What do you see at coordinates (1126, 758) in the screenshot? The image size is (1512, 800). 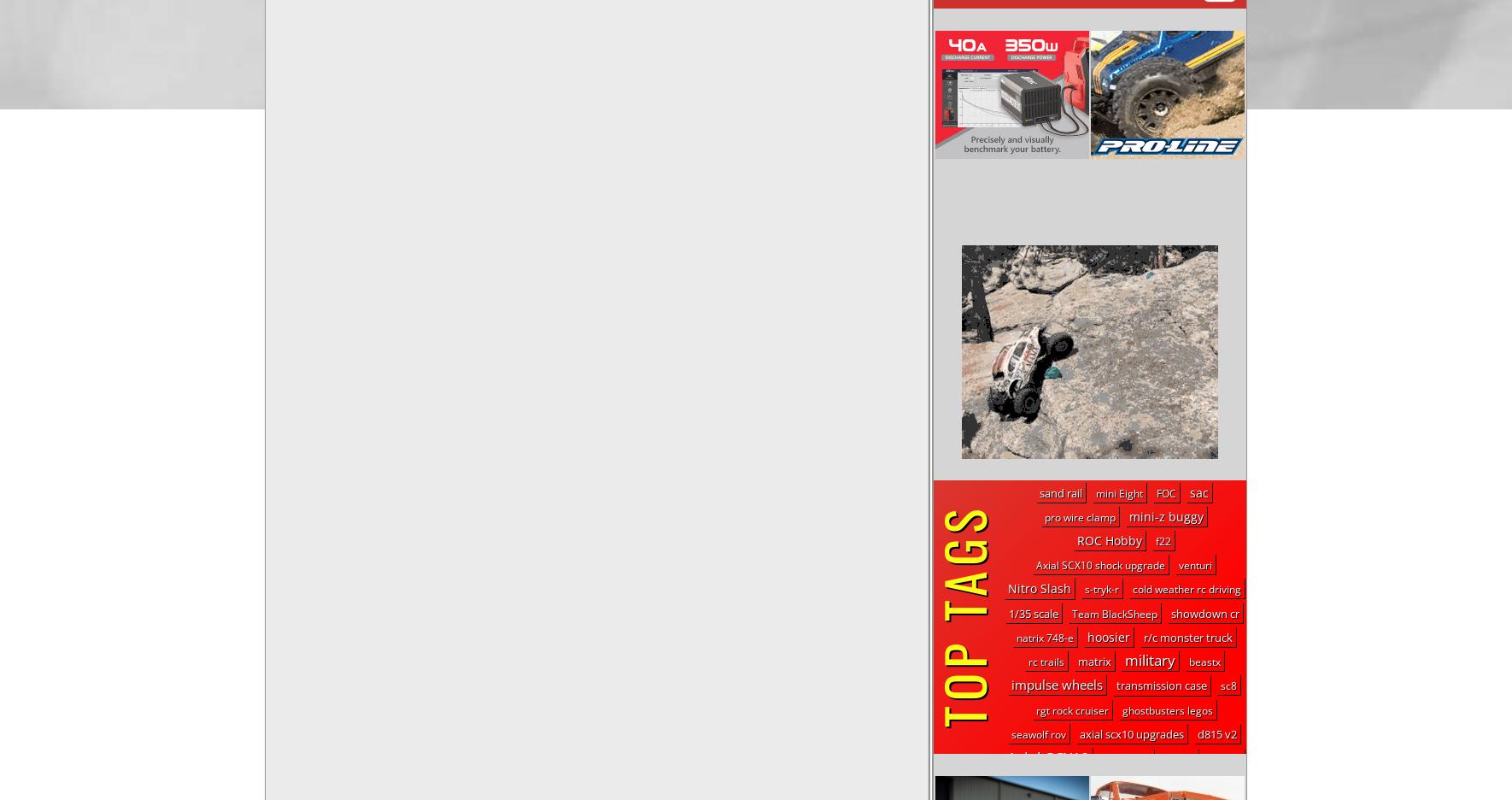 I see `'Drop Step'` at bounding box center [1126, 758].